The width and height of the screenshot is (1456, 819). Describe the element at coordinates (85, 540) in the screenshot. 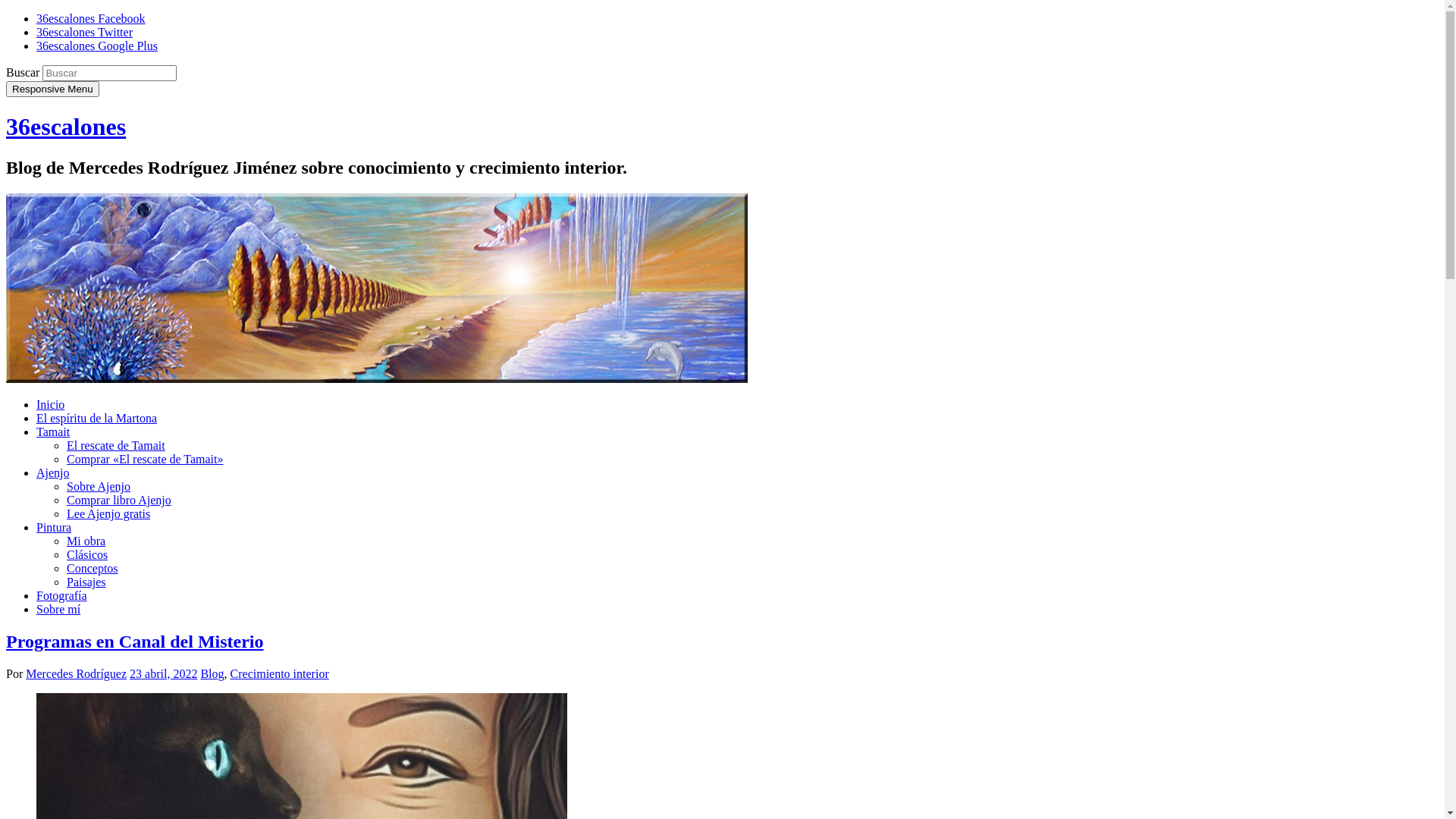

I see `'Mi obra'` at that location.